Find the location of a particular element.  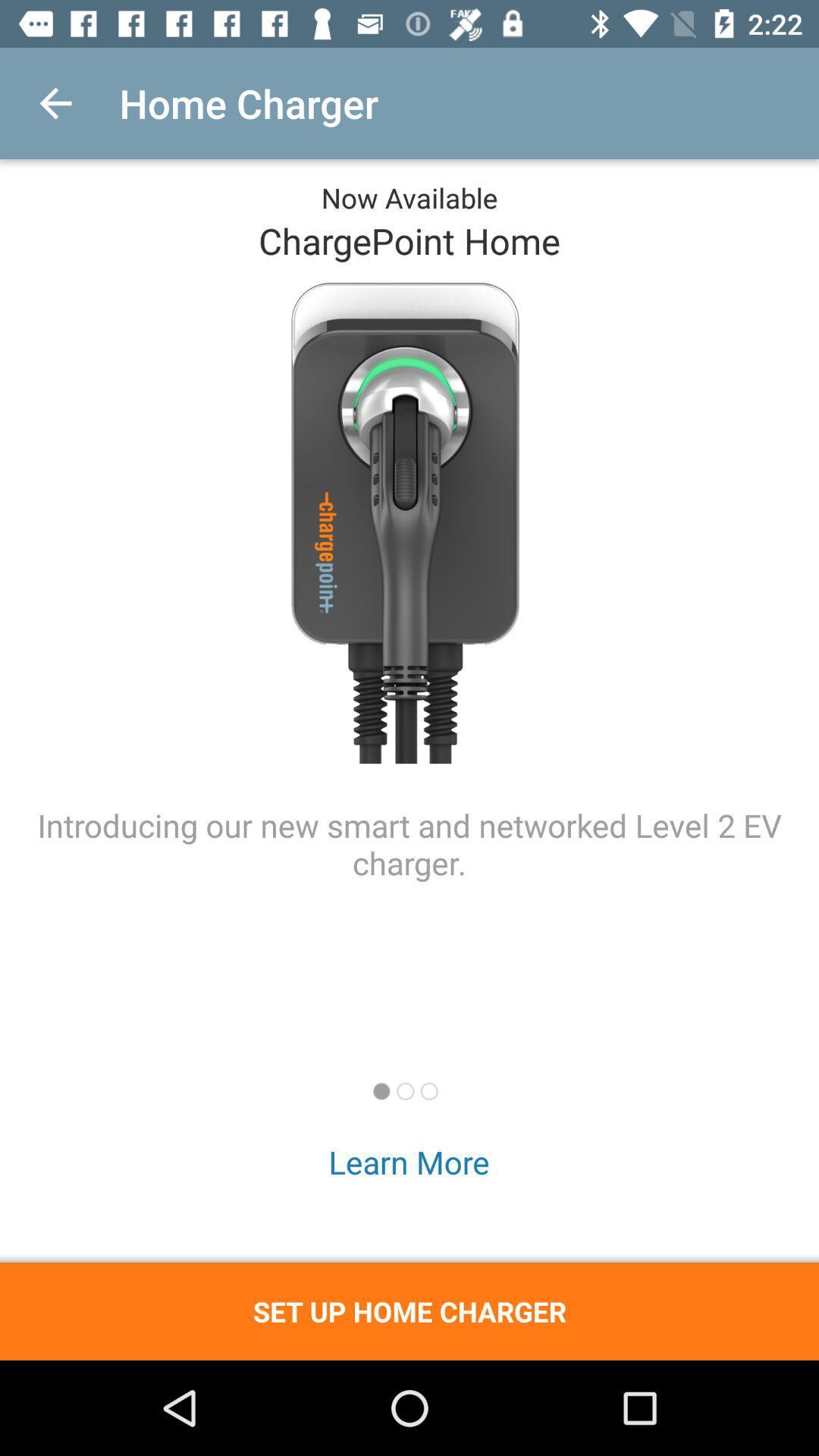

icon to the left of the home charger icon is located at coordinates (55, 102).